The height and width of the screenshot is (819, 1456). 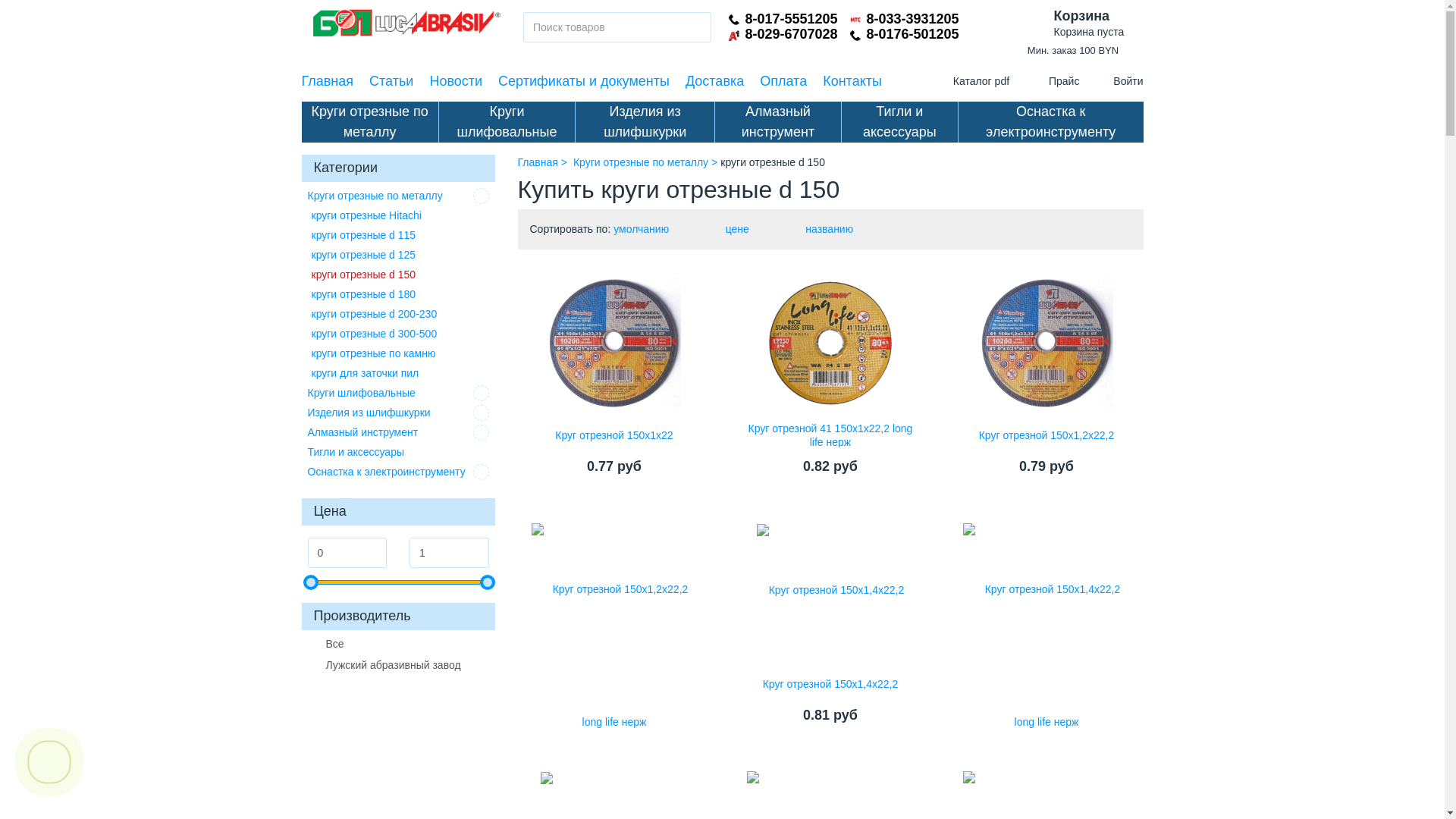 I want to click on '8-033-3931205', so click(x=910, y=18).